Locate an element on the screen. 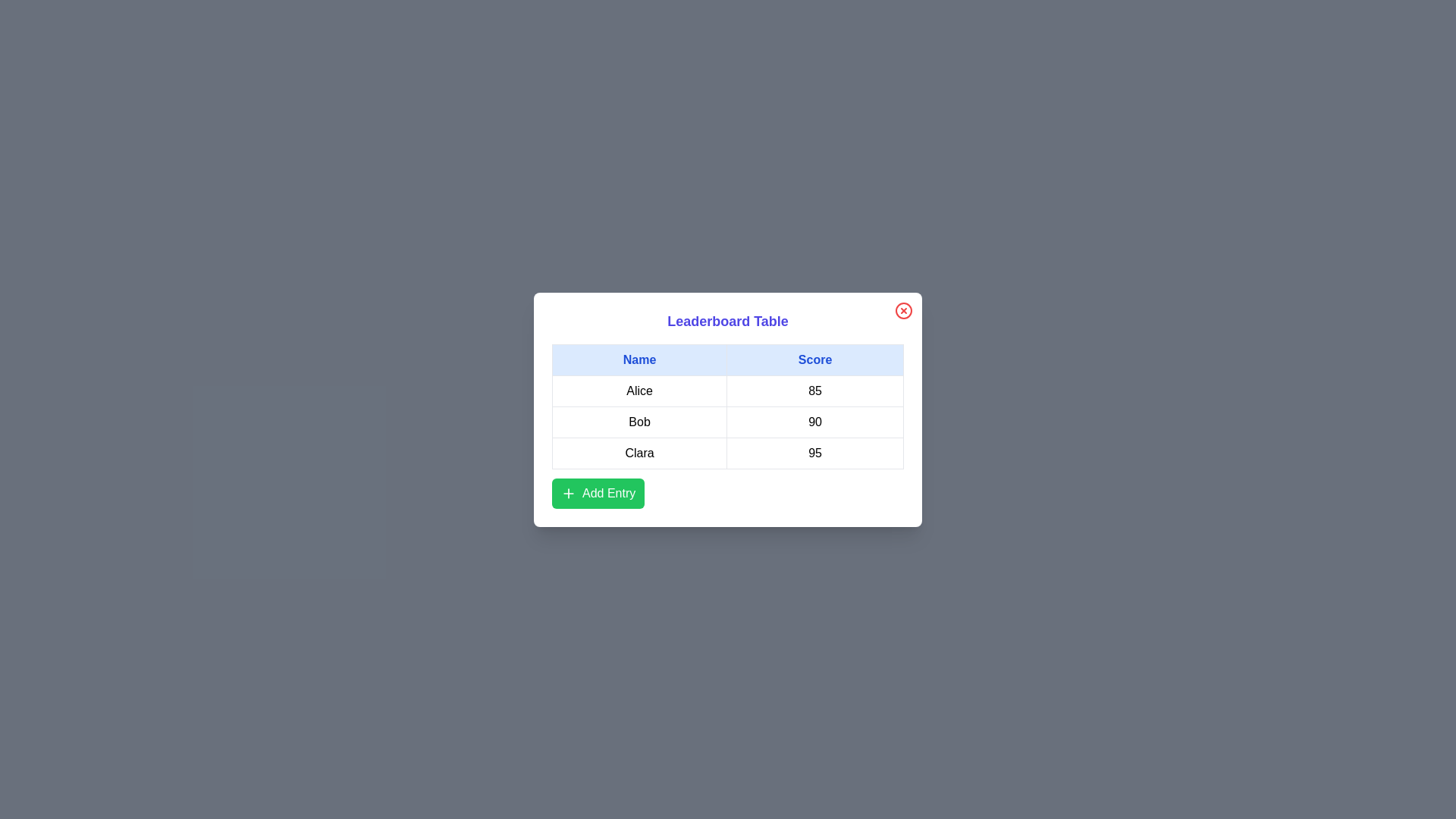 The height and width of the screenshot is (819, 1456). the table header Score to sort the table by that column is located at coordinates (814, 359).